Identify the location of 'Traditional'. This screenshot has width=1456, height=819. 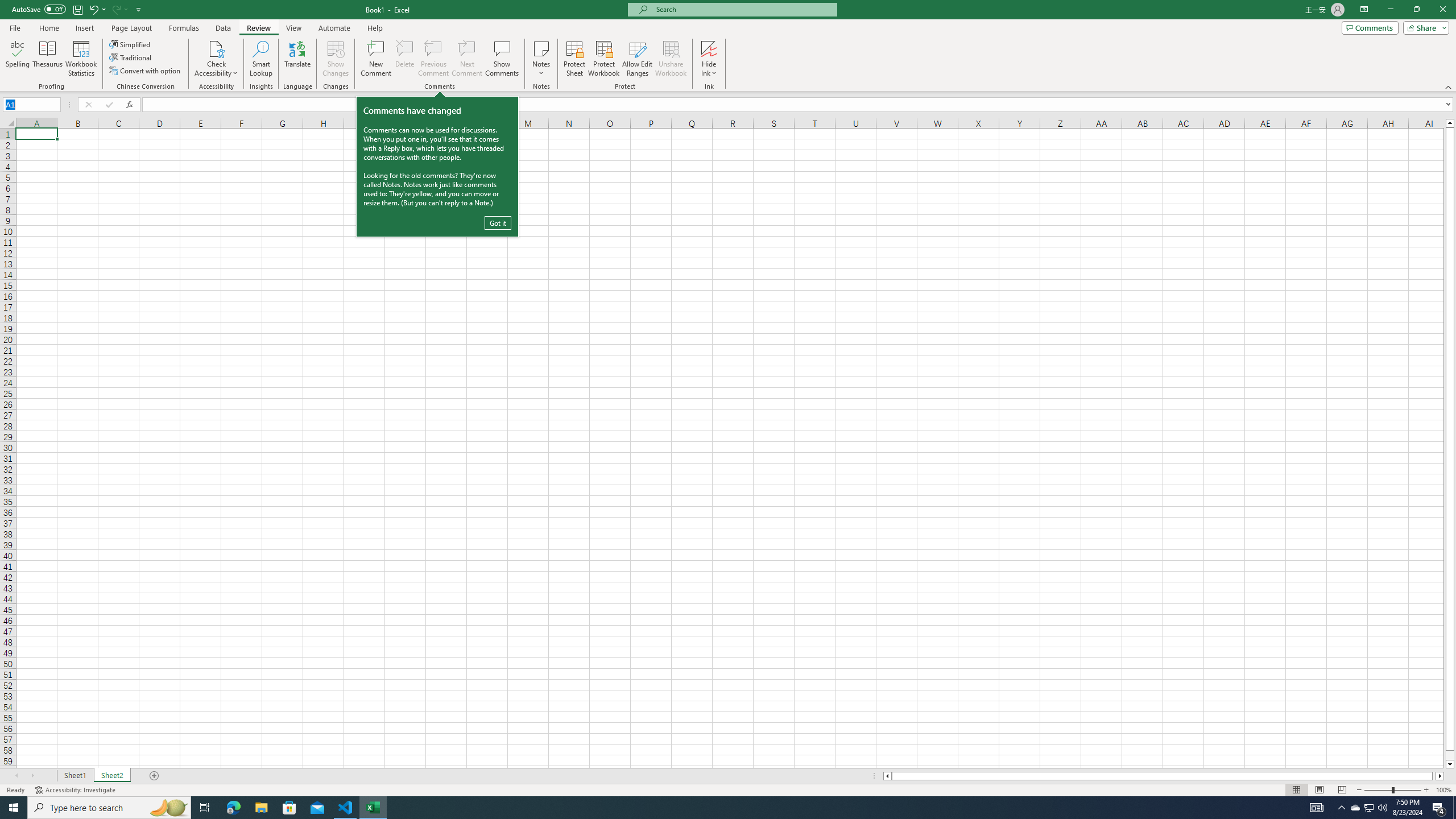
(131, 56).